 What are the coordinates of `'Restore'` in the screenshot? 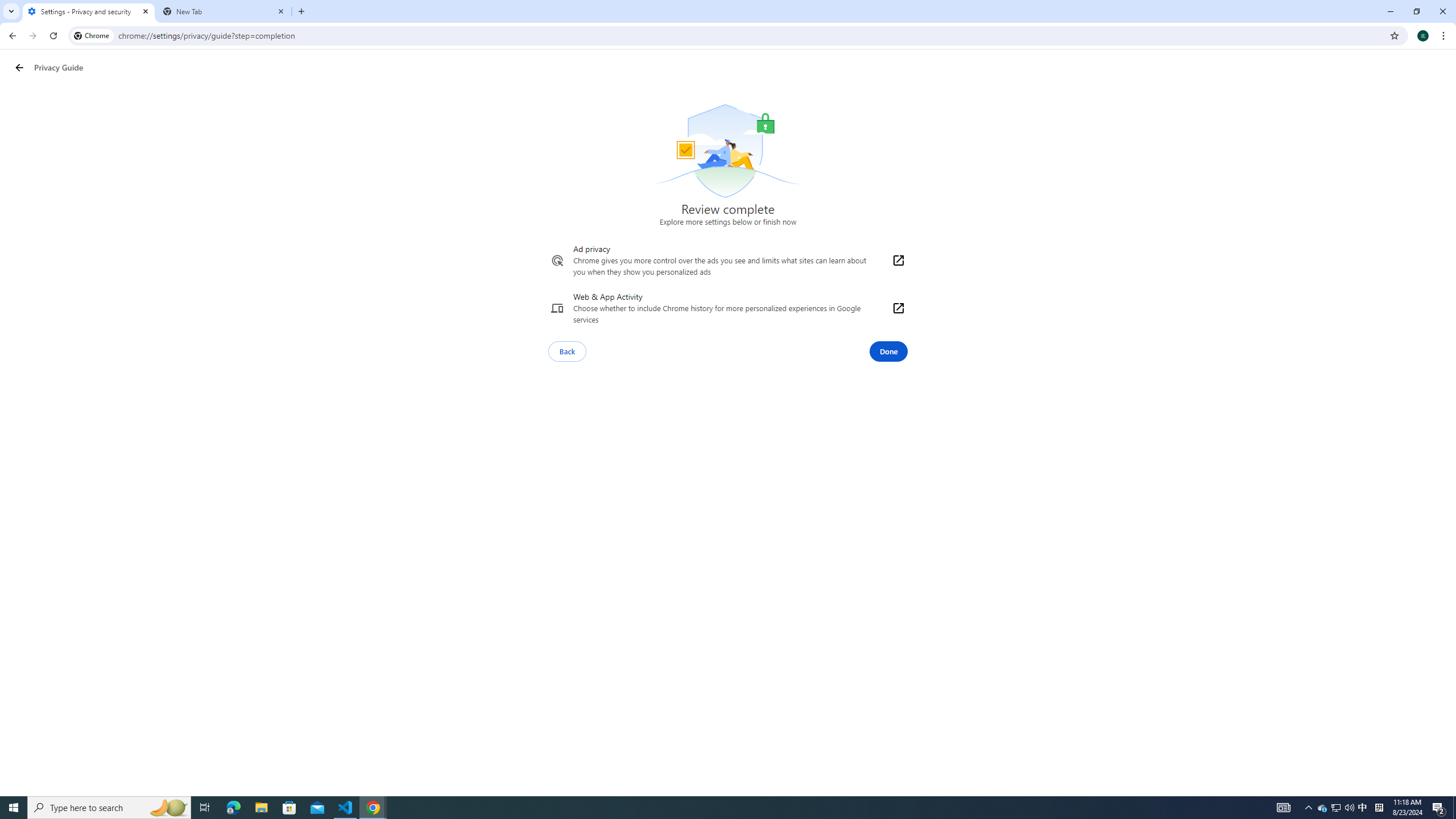 It's located at (1416, 11).